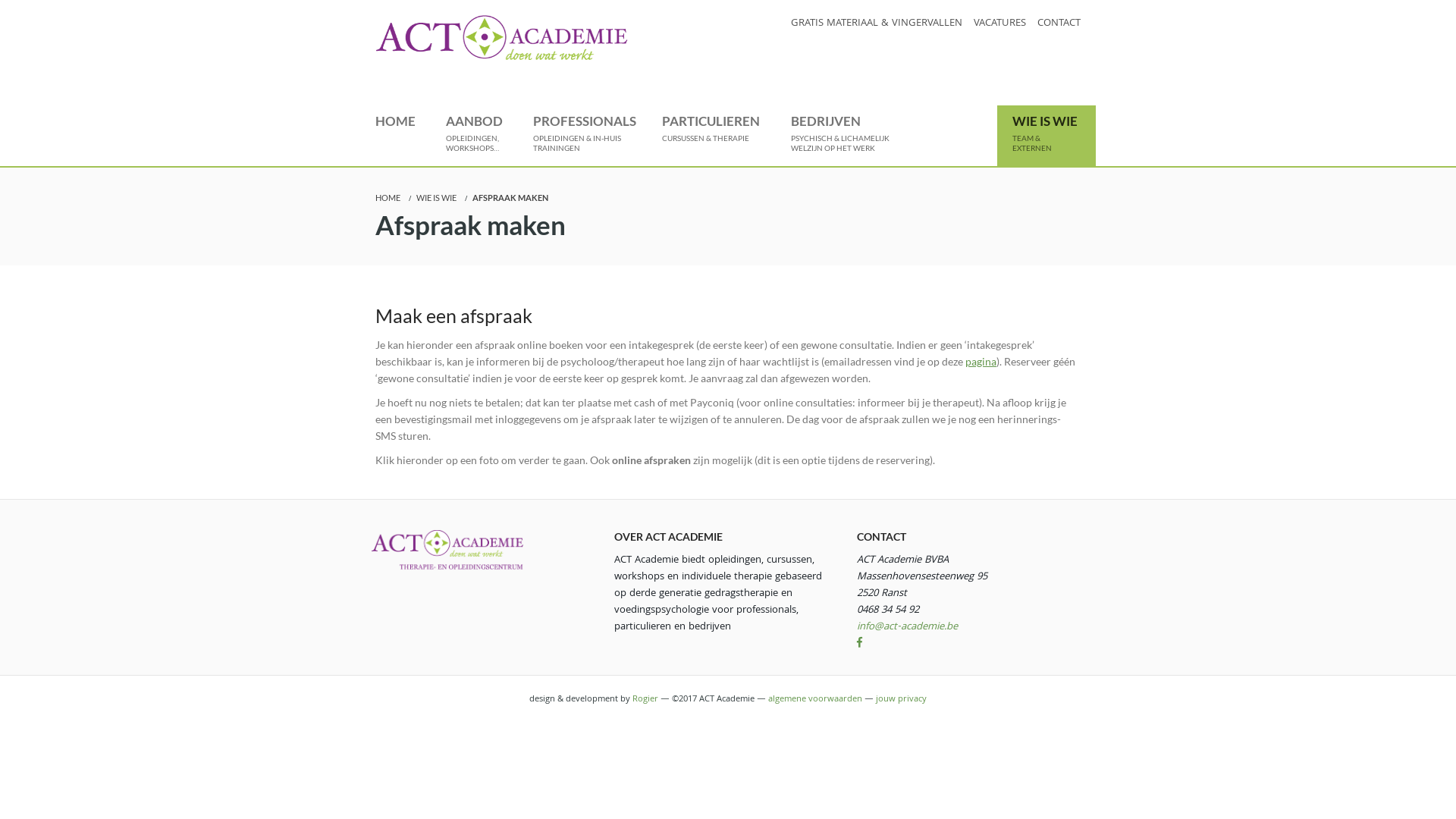  Describe the element at coordinates (710, 134) in the screenshot. I see `'PARTICULIEREN` at that location.